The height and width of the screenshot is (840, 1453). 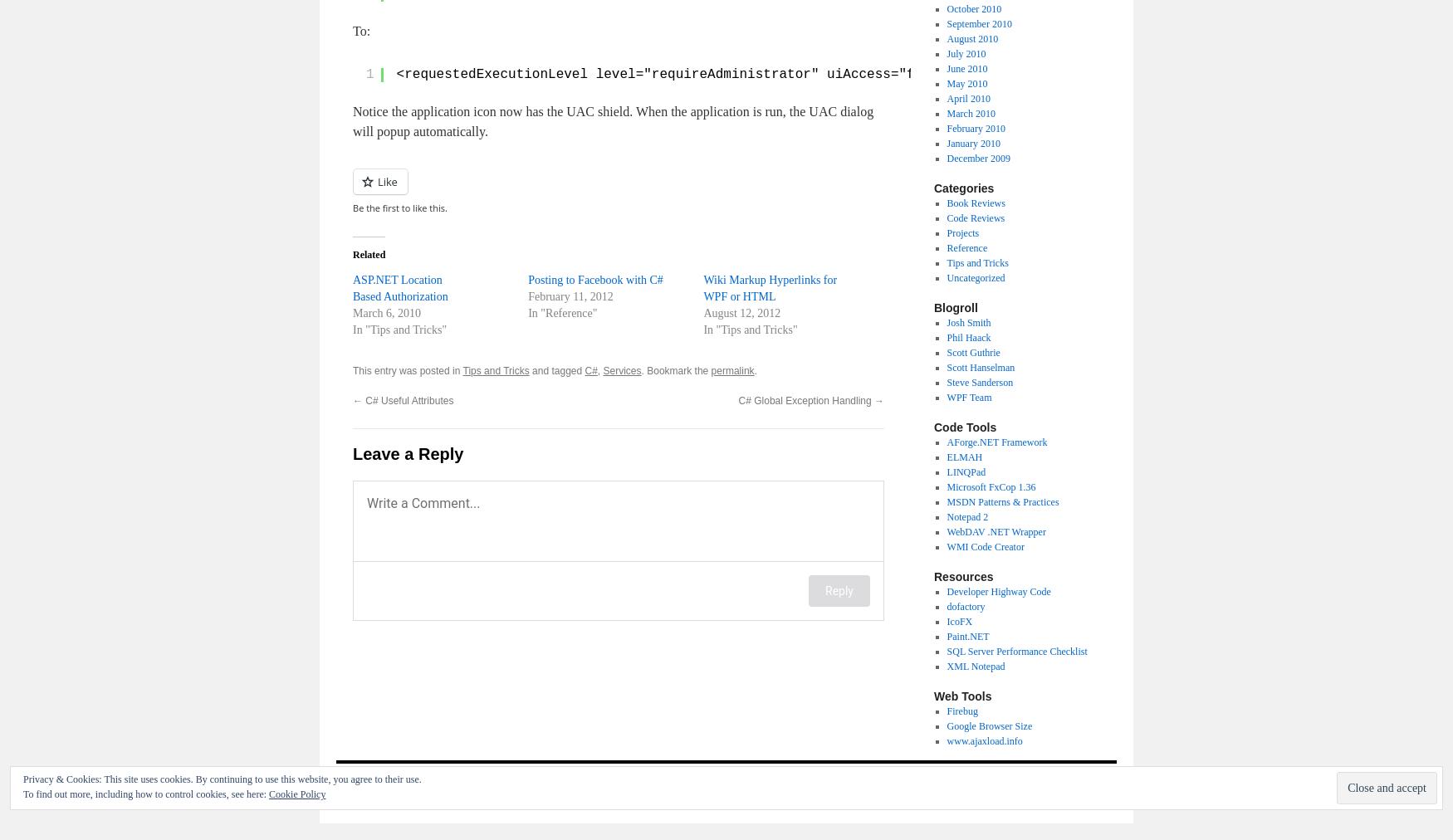 What do you see at coordinates (976, 158) in the screenshot?
I see `'December 2009'` at bounding box center [976, 158].